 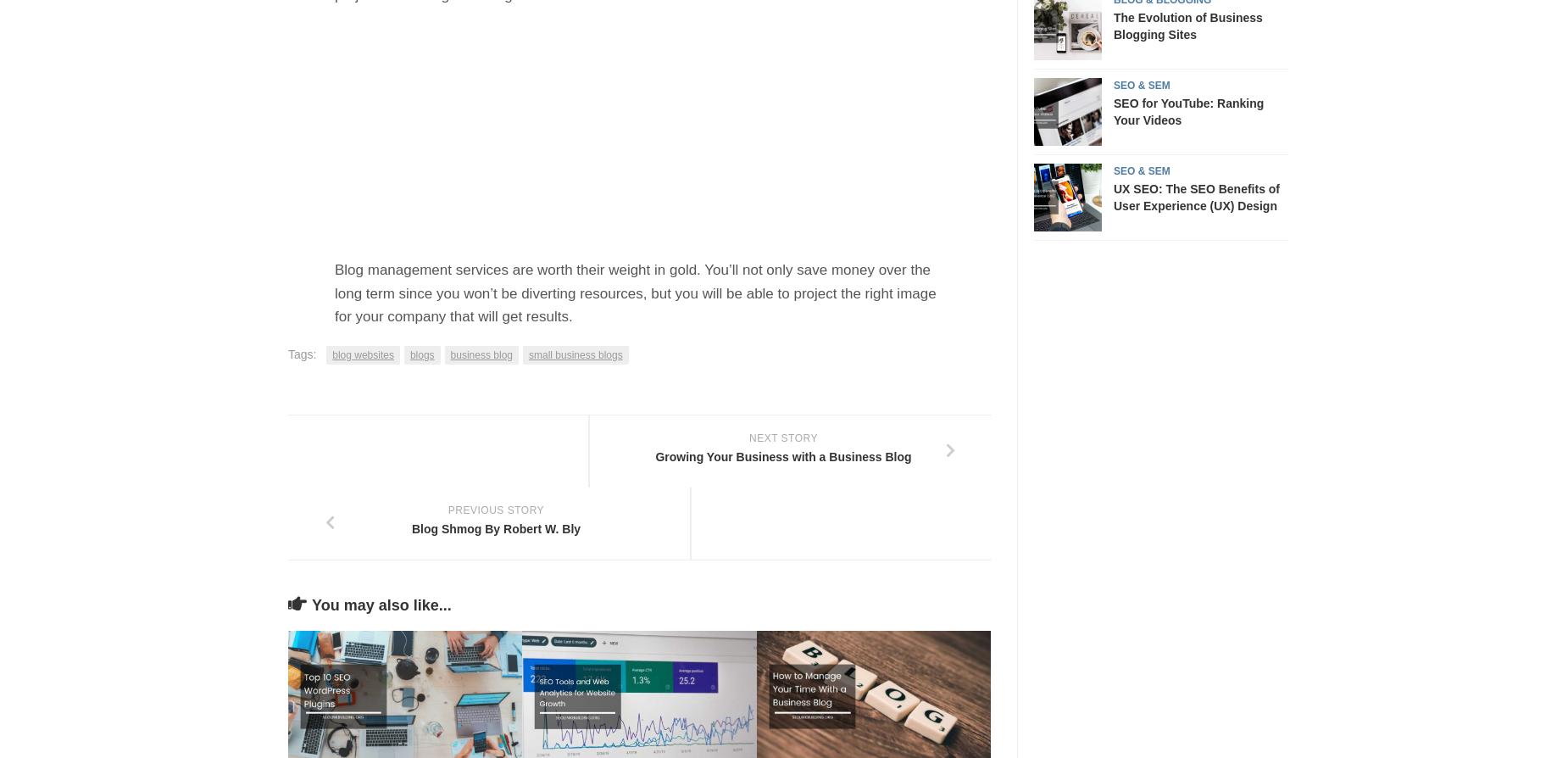 I want to click on 'blog websites', so click(x=362, y=354).